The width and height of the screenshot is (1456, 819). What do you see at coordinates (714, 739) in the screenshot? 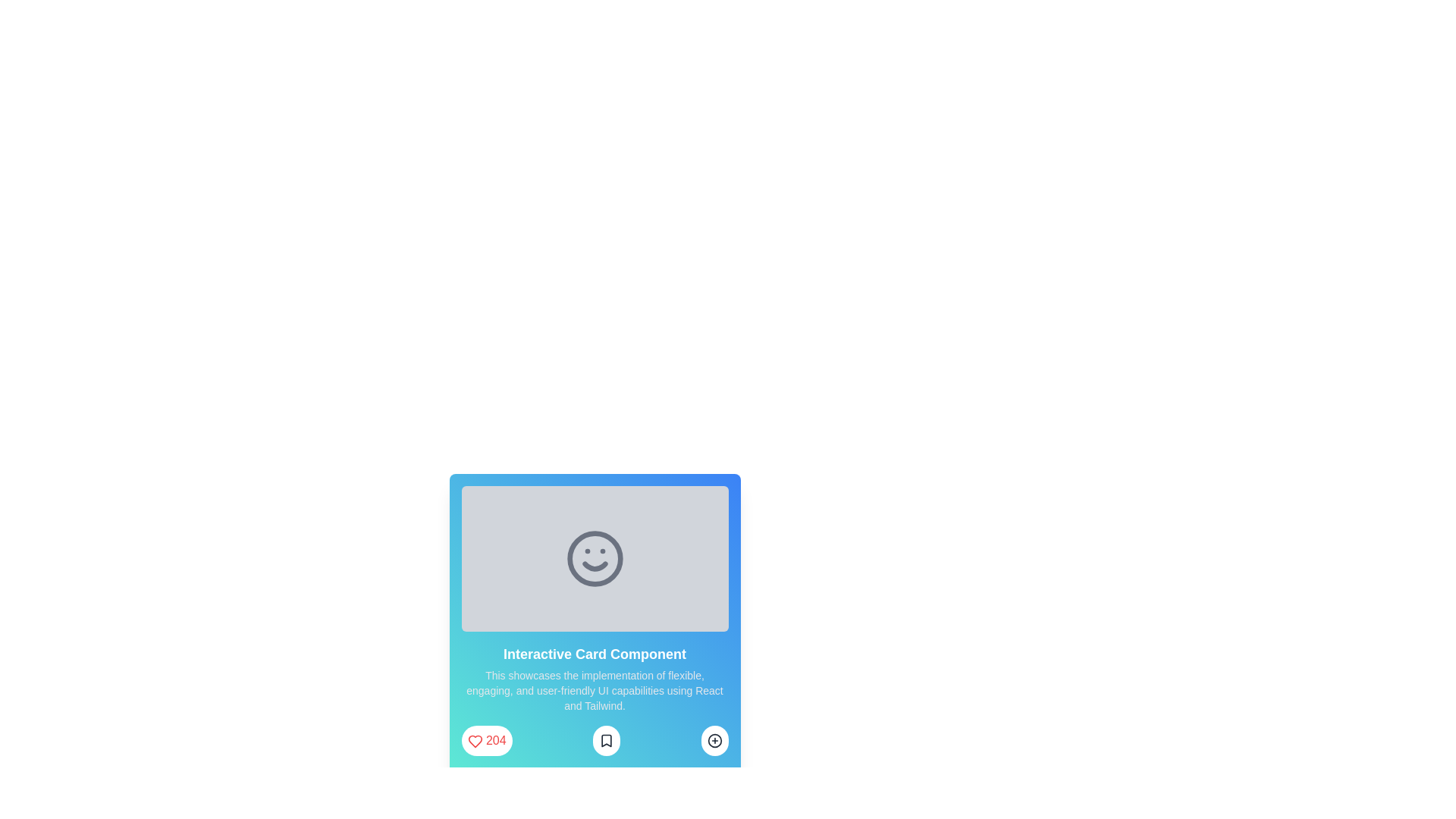
I see `the circular button with a white background, dark gray border, and '+' icon located at the rightmost side of the row of three interactive buttons at the bottom of the card` at bounding box center [714, 739].